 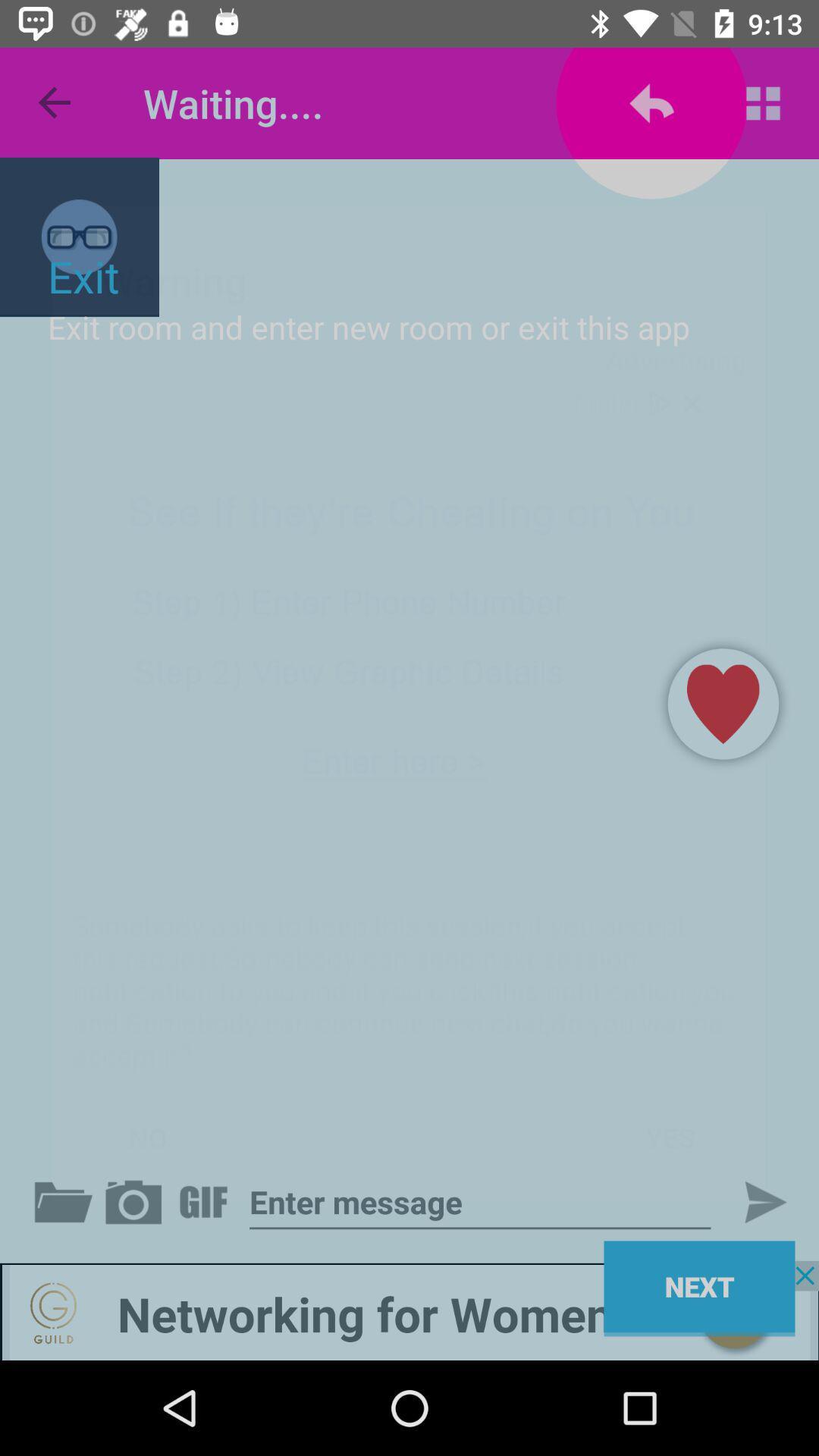 I want to click on next button, so click(x=752, y=1201).